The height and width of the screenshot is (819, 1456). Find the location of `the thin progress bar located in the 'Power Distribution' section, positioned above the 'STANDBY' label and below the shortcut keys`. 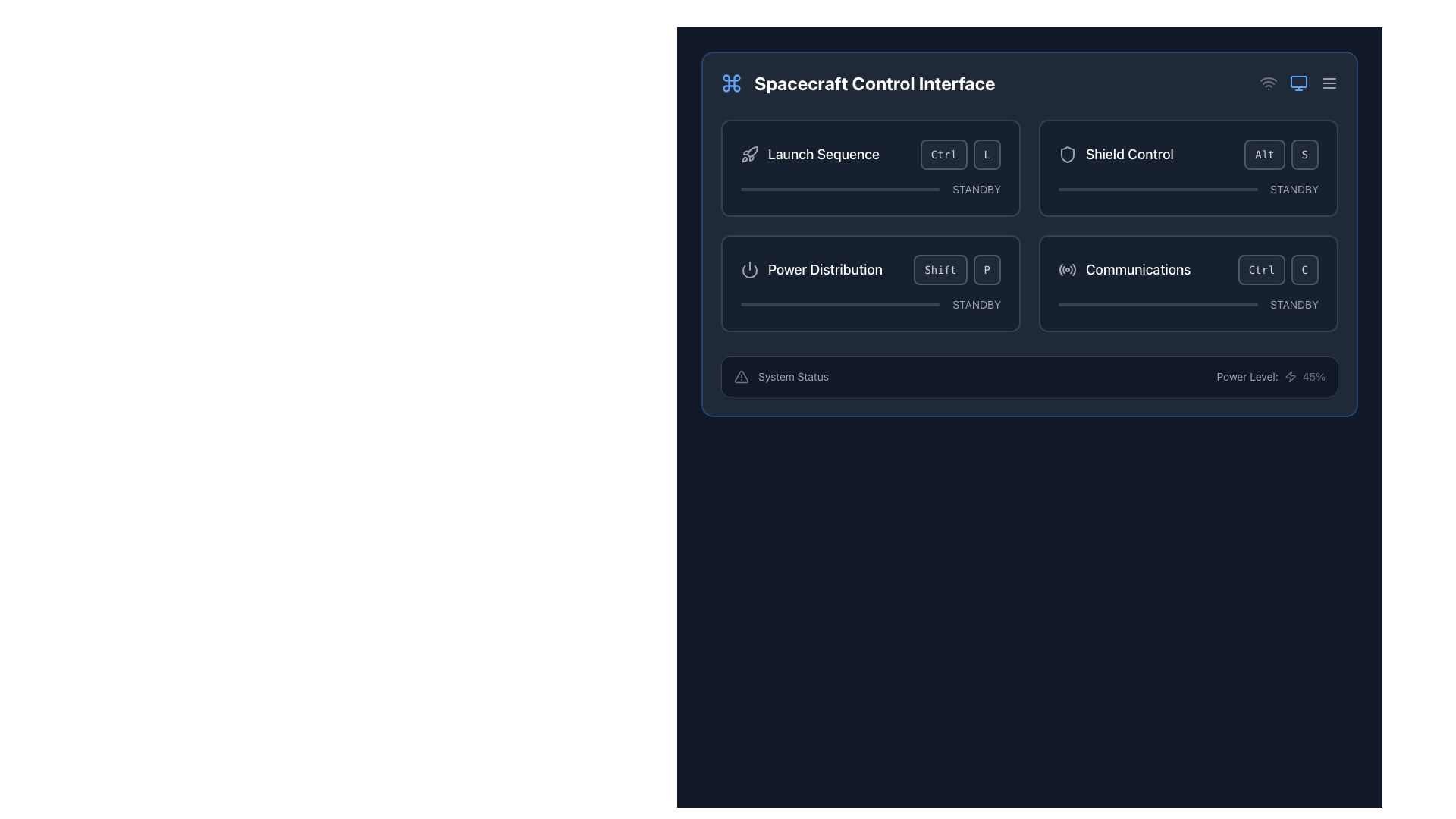

the thin progress bar located in the 'Power Distribution' section, positioned above the 'STANDBY' label and below the shortcut keys is located at coordinates (839, 304).